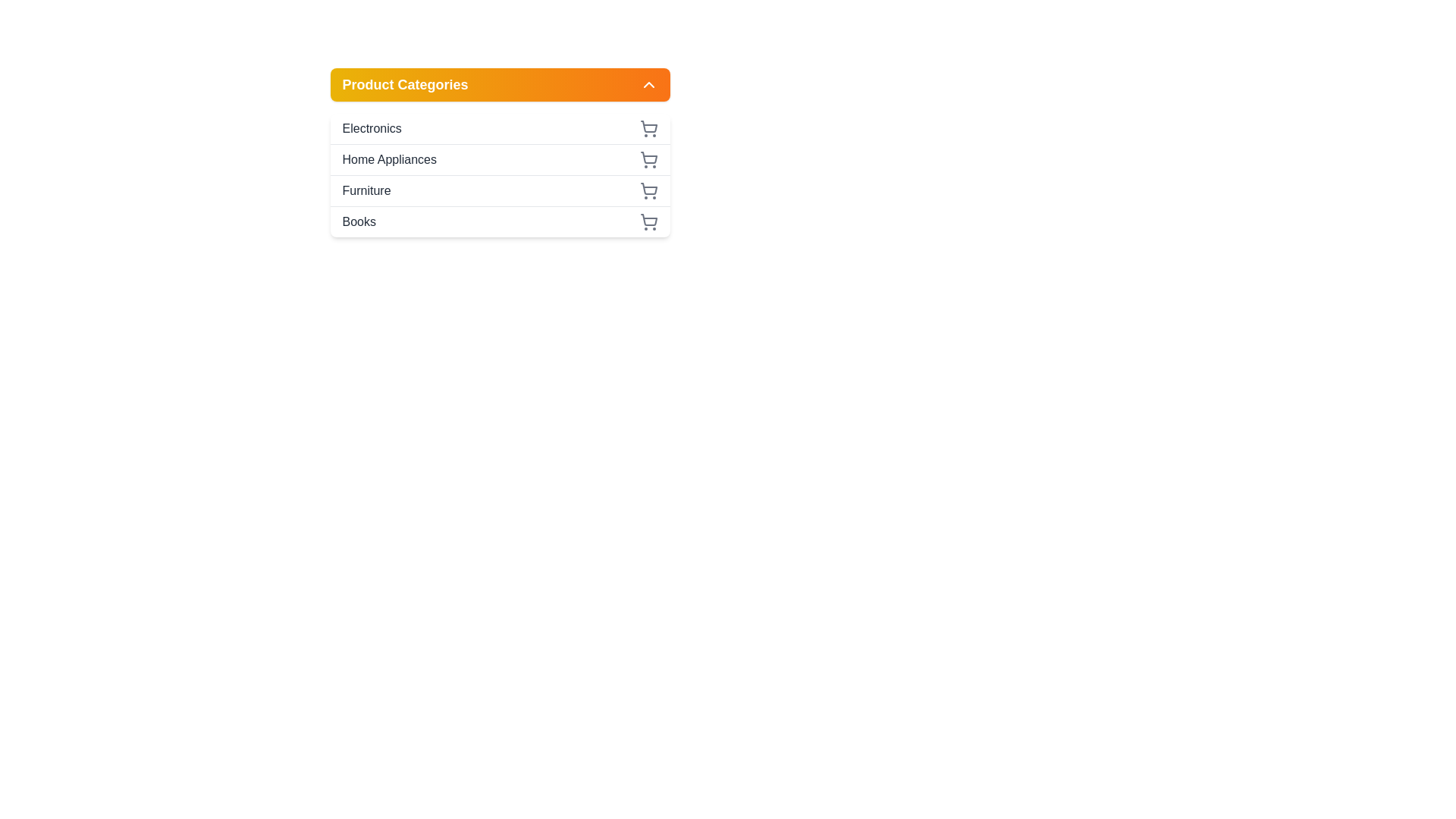  Describe the element at coordinates (358, 222) in the screenshot. I see `text from the 'Books' category label located in the last row of the 'Product Categories' list, positioned to the left of the shopping cart icon` at that location.